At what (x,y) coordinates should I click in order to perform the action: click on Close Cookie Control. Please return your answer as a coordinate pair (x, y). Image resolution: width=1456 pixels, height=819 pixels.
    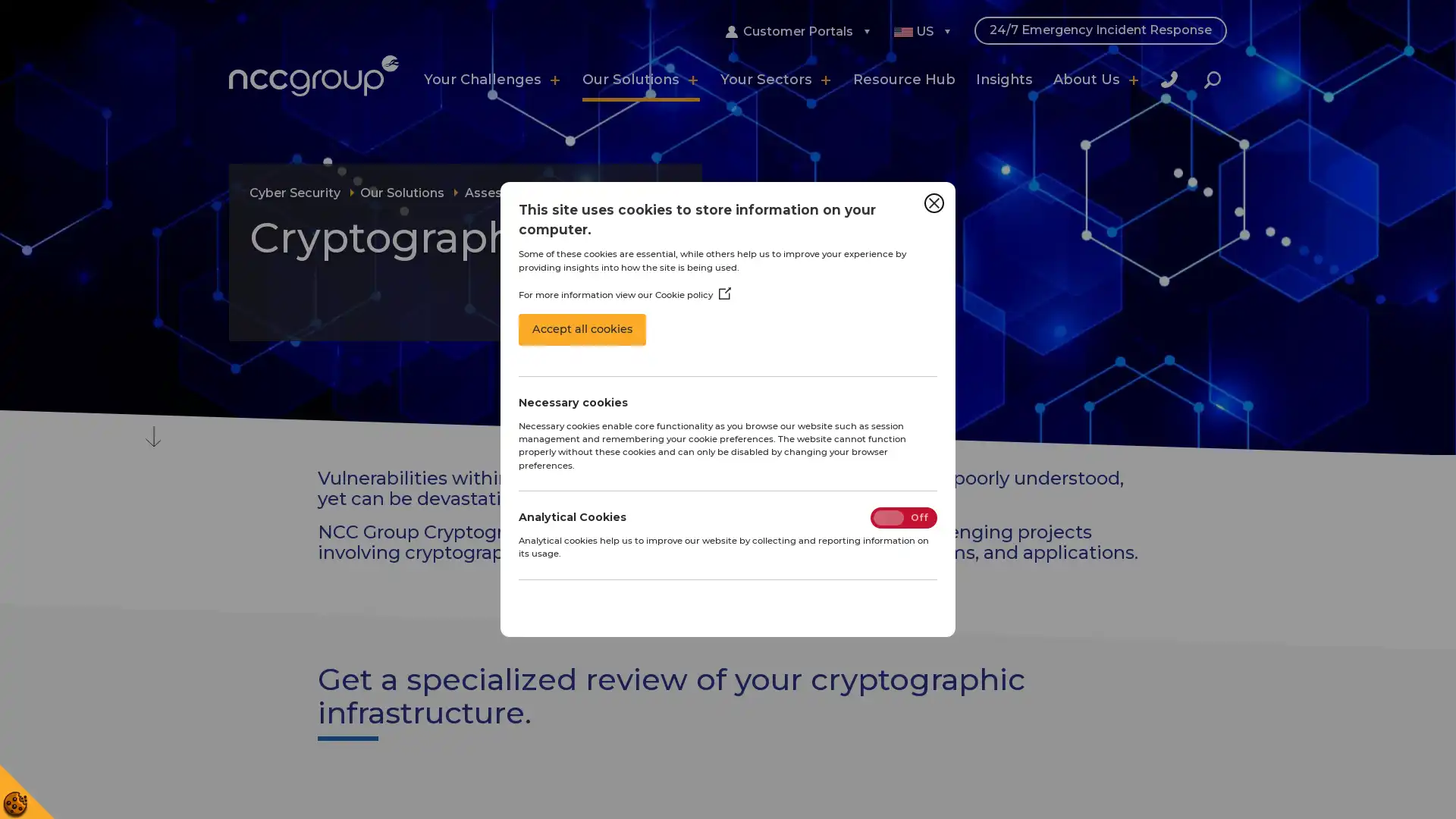
    Looking at the image, I should click on (934, 202).